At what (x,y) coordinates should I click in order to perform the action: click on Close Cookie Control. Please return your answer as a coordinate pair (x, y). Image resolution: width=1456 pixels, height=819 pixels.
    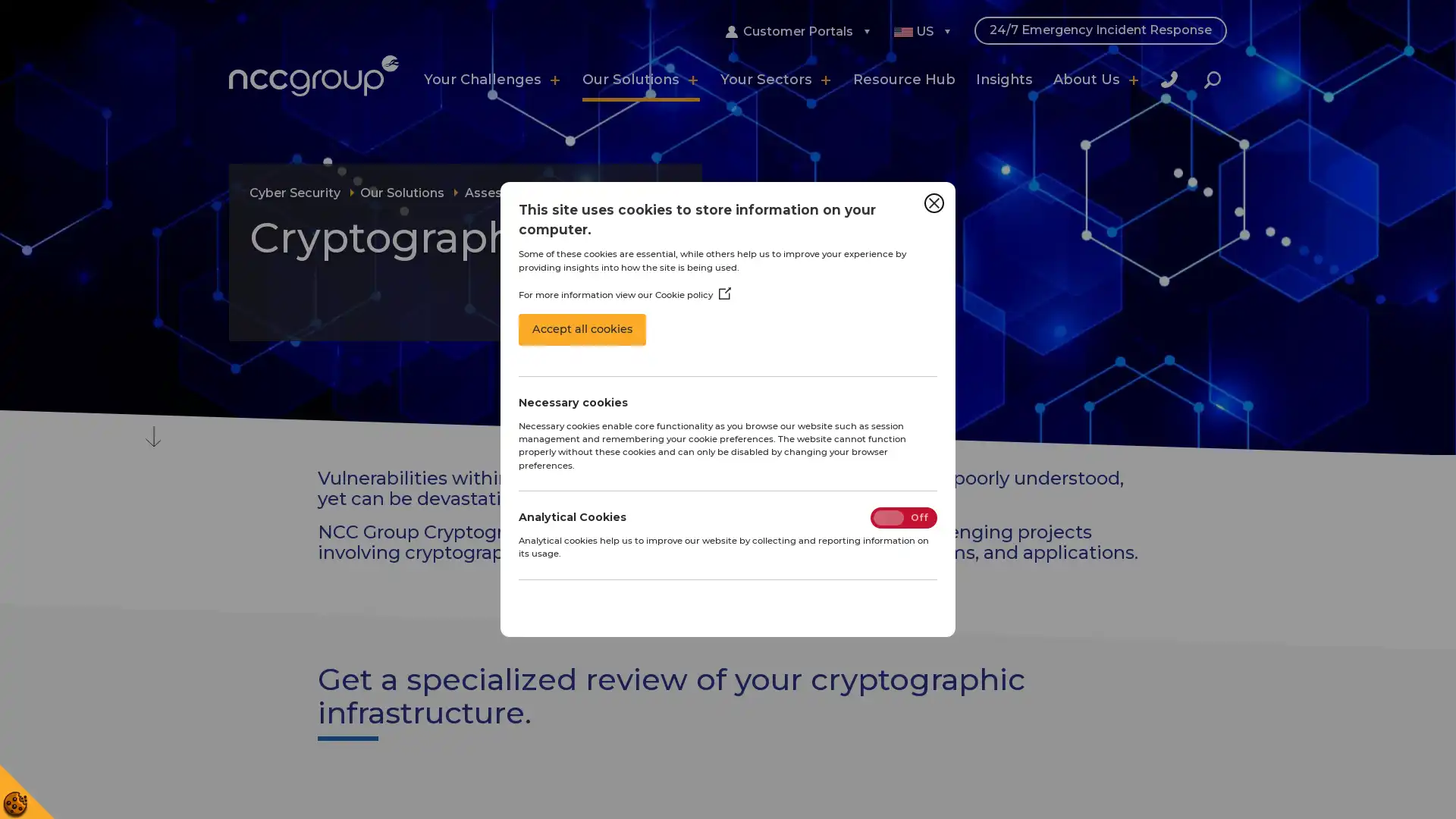
    Looking at the image, I should click on (934, 202).